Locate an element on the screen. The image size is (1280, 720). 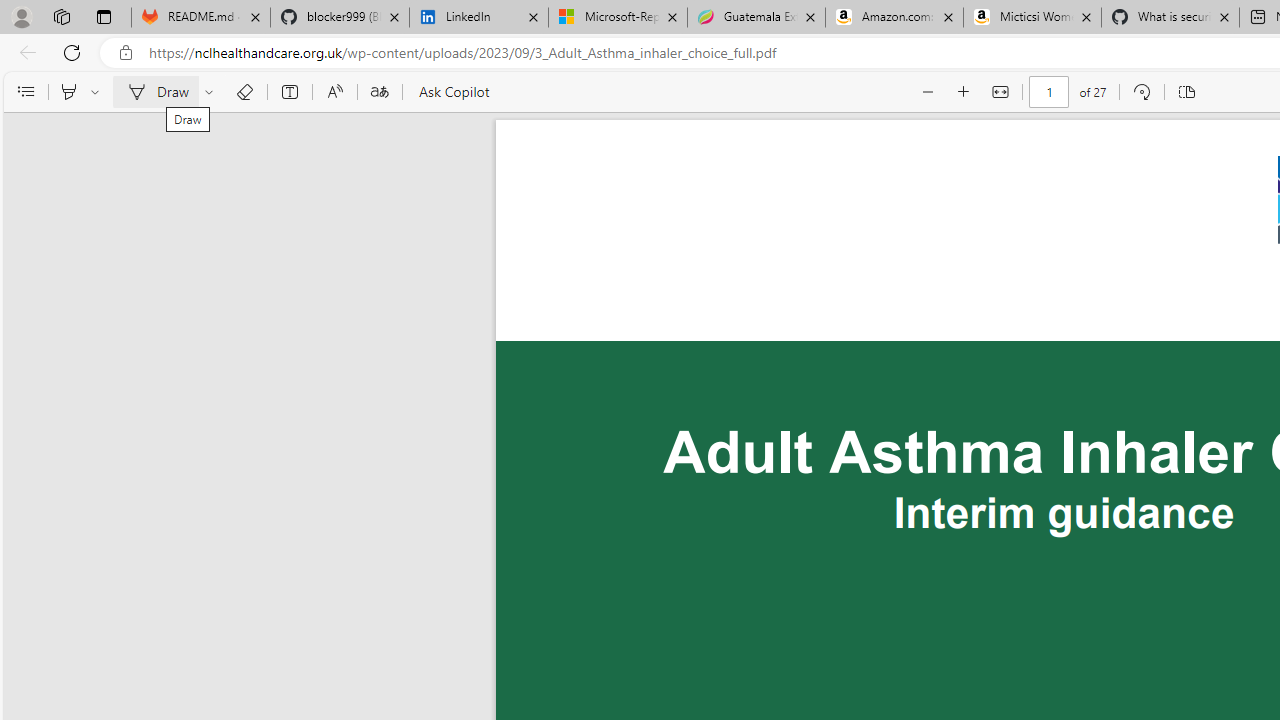
'Zoom in (Ctrl+Plus key)' is located at coordinates (964, 92).